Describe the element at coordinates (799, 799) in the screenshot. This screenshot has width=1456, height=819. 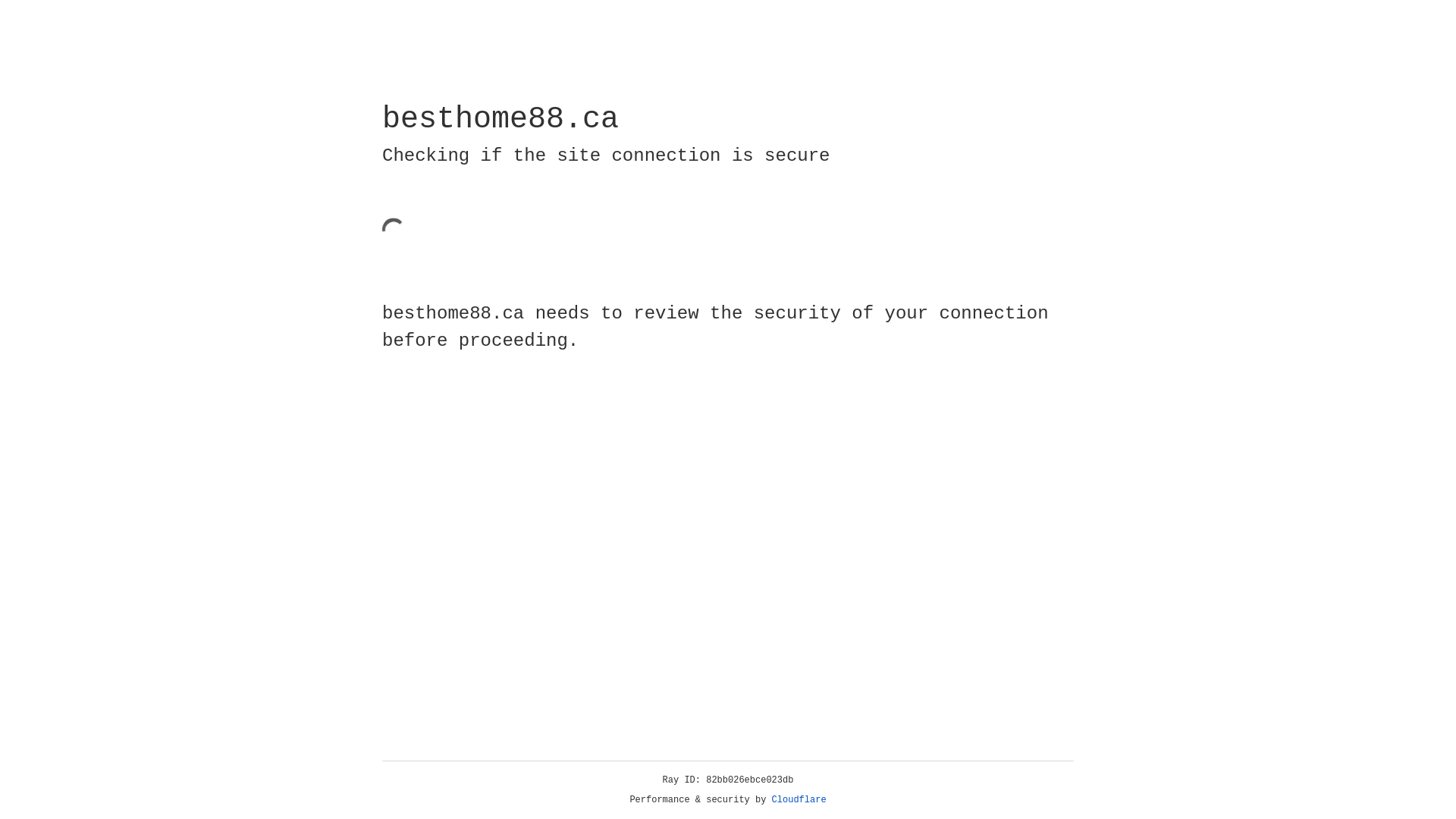
I see `'Cloudflare'` at that location.